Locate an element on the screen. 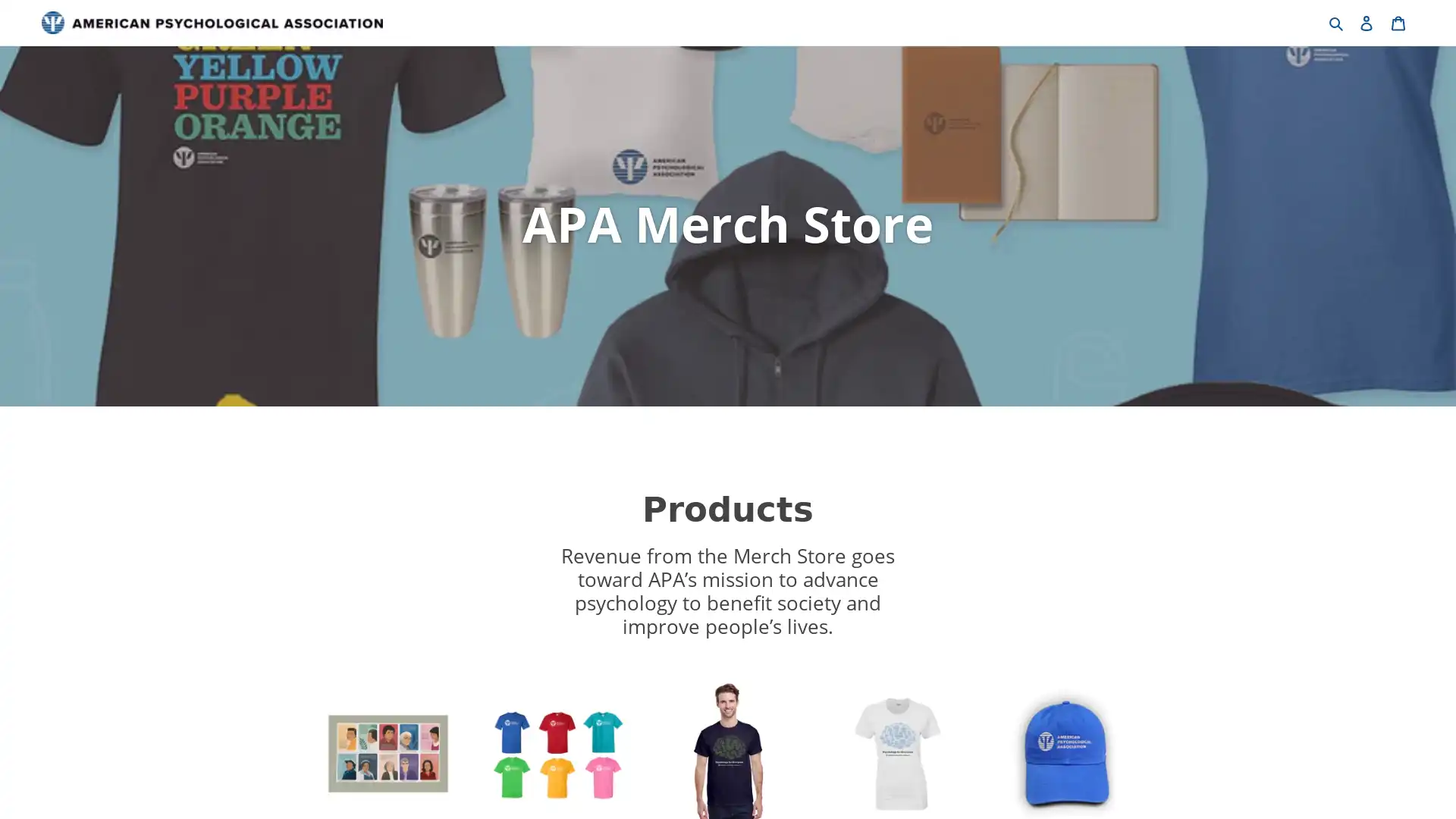 The width and height of the screenshot is (1456, 819). Search is located at coordinates (1336, 22).